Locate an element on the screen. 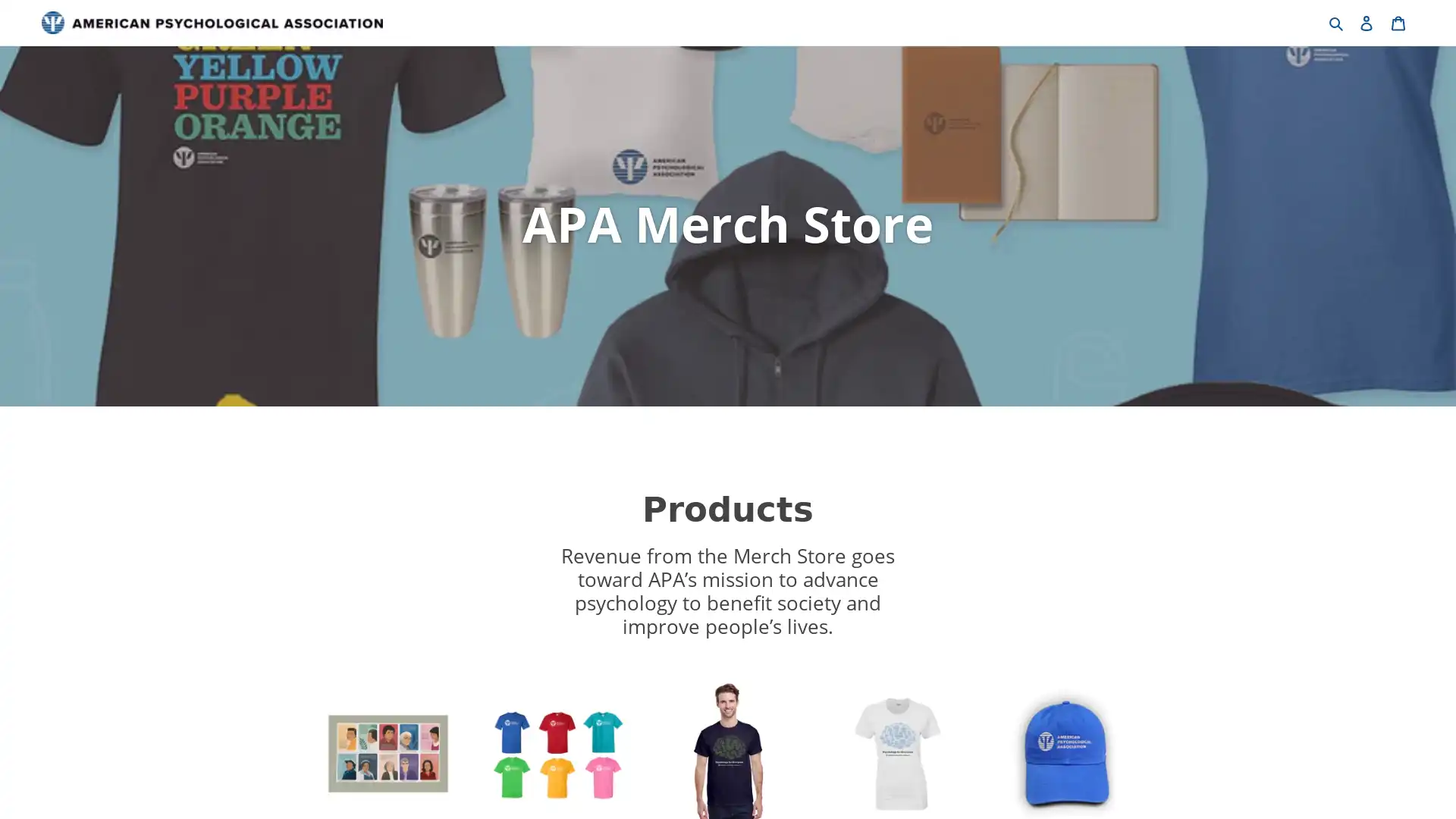 The width and height of the screenshot is (1456, 819). Search is located at coordinates (1336, 22).